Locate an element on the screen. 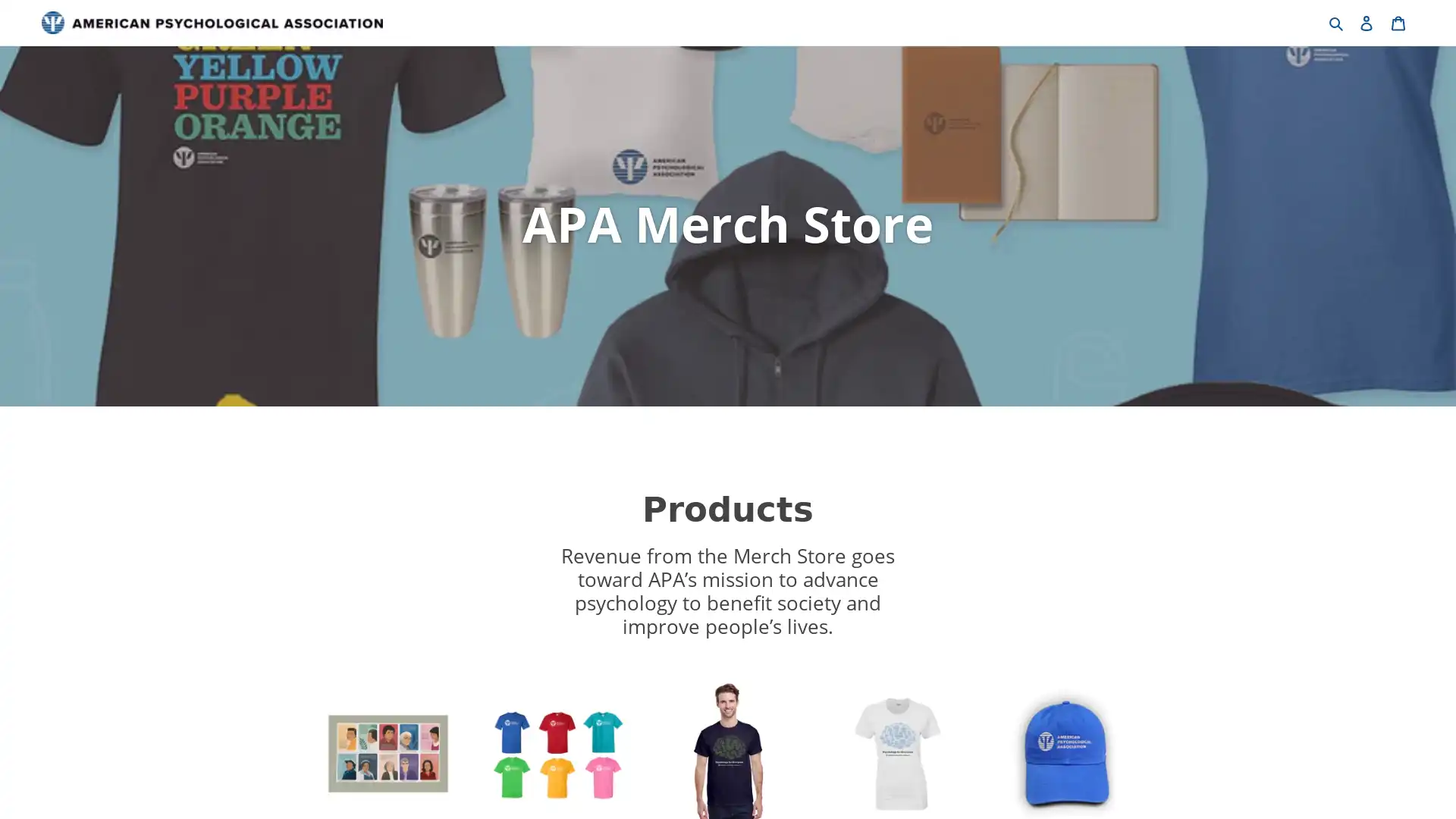 The width and height of the screenshot is (1456, 819). Search is located at coordinates (1336, 22).